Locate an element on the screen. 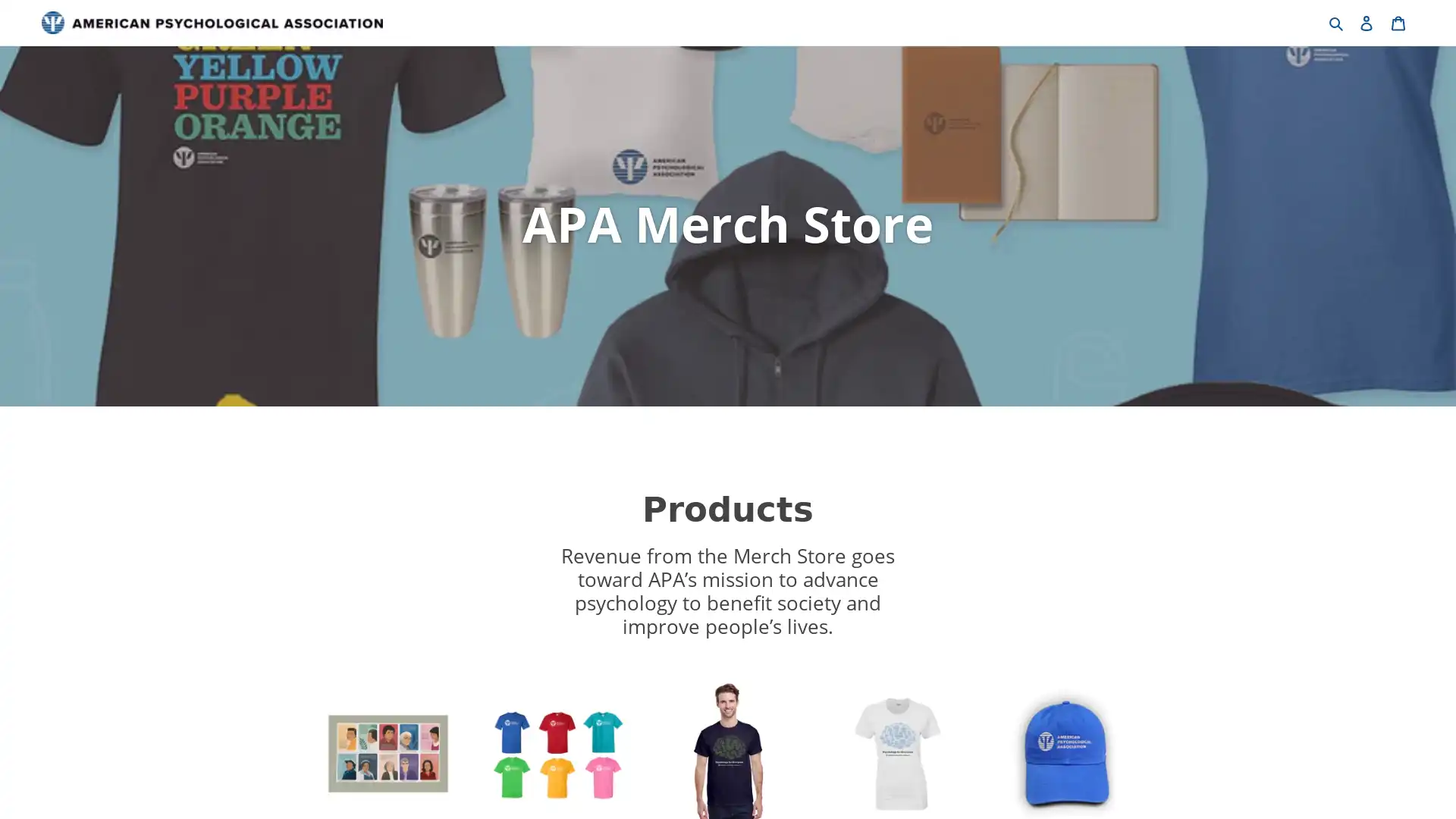 The width and height of the screenshot is (1456, 819). Search is located at coordinates (1336, 22).